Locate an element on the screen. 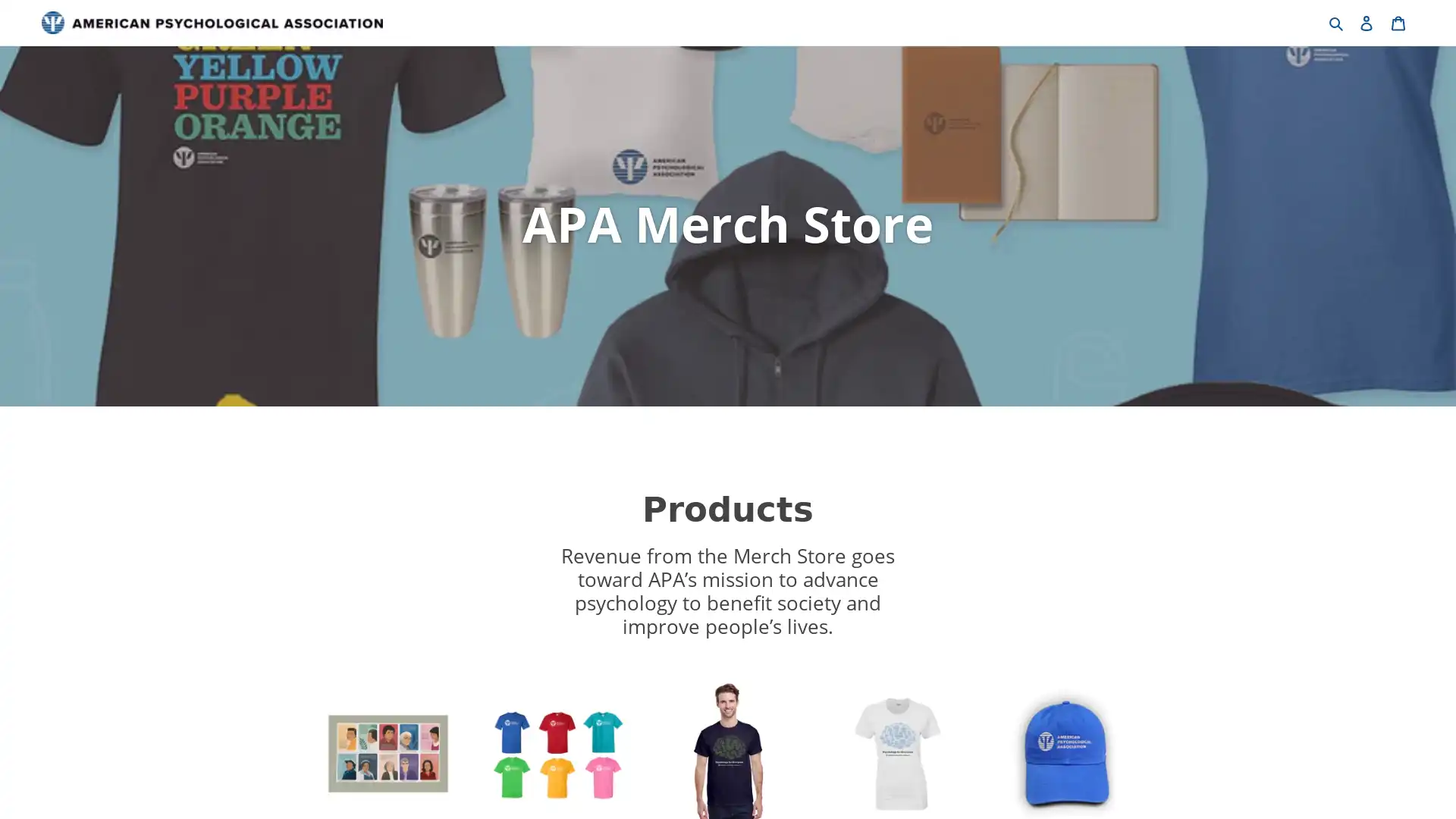 The width and height of the screenshot is (1456, 819). Search is located at coordinates (1336, 22).